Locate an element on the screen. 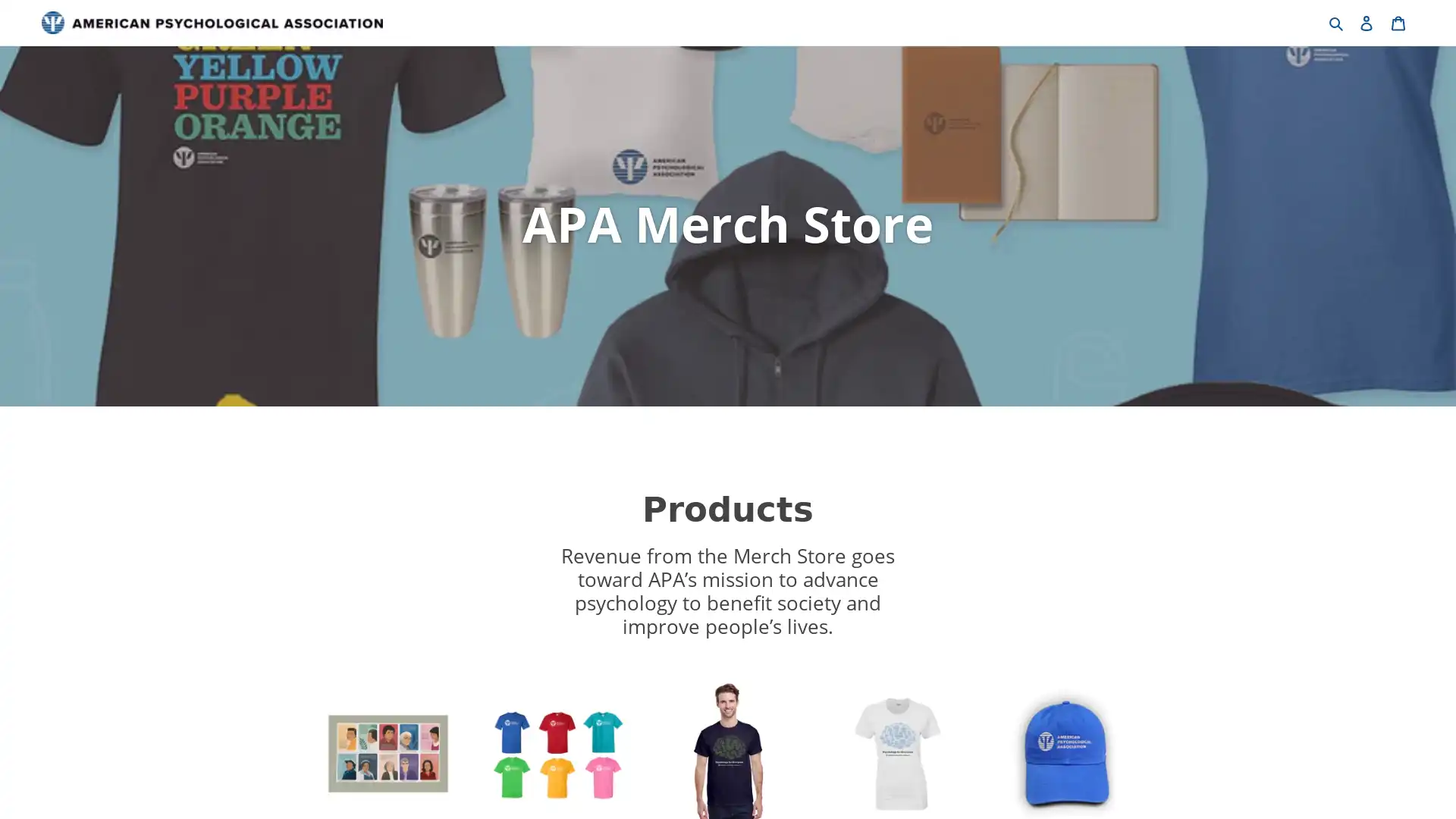 The width and height of the screenshot is (1456, 819). Search is located at coordinates (1336, 22).